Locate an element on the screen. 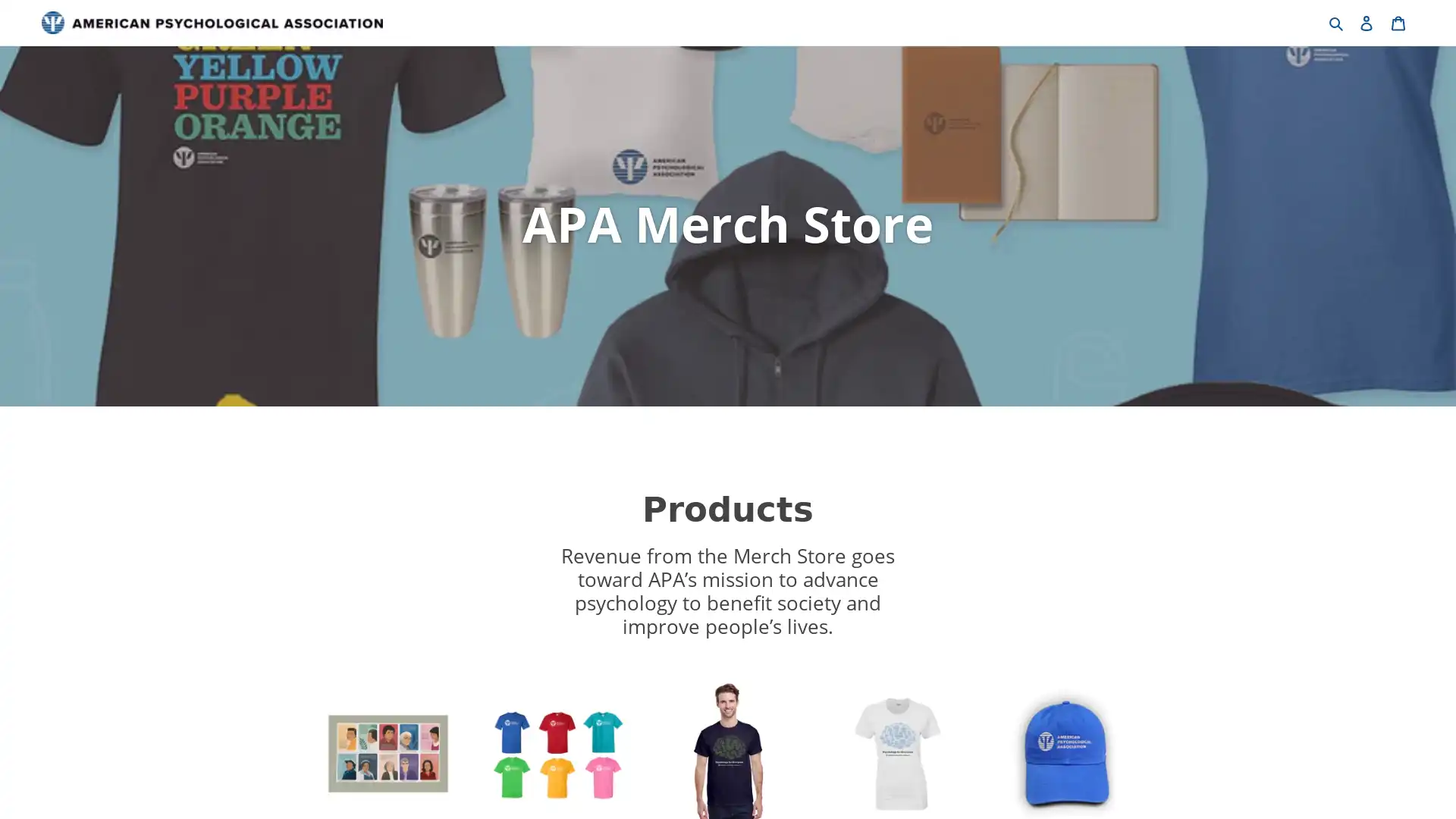 The width and height of the screenshot is (1456, 819). Search is located at coordinates (1336, 22).